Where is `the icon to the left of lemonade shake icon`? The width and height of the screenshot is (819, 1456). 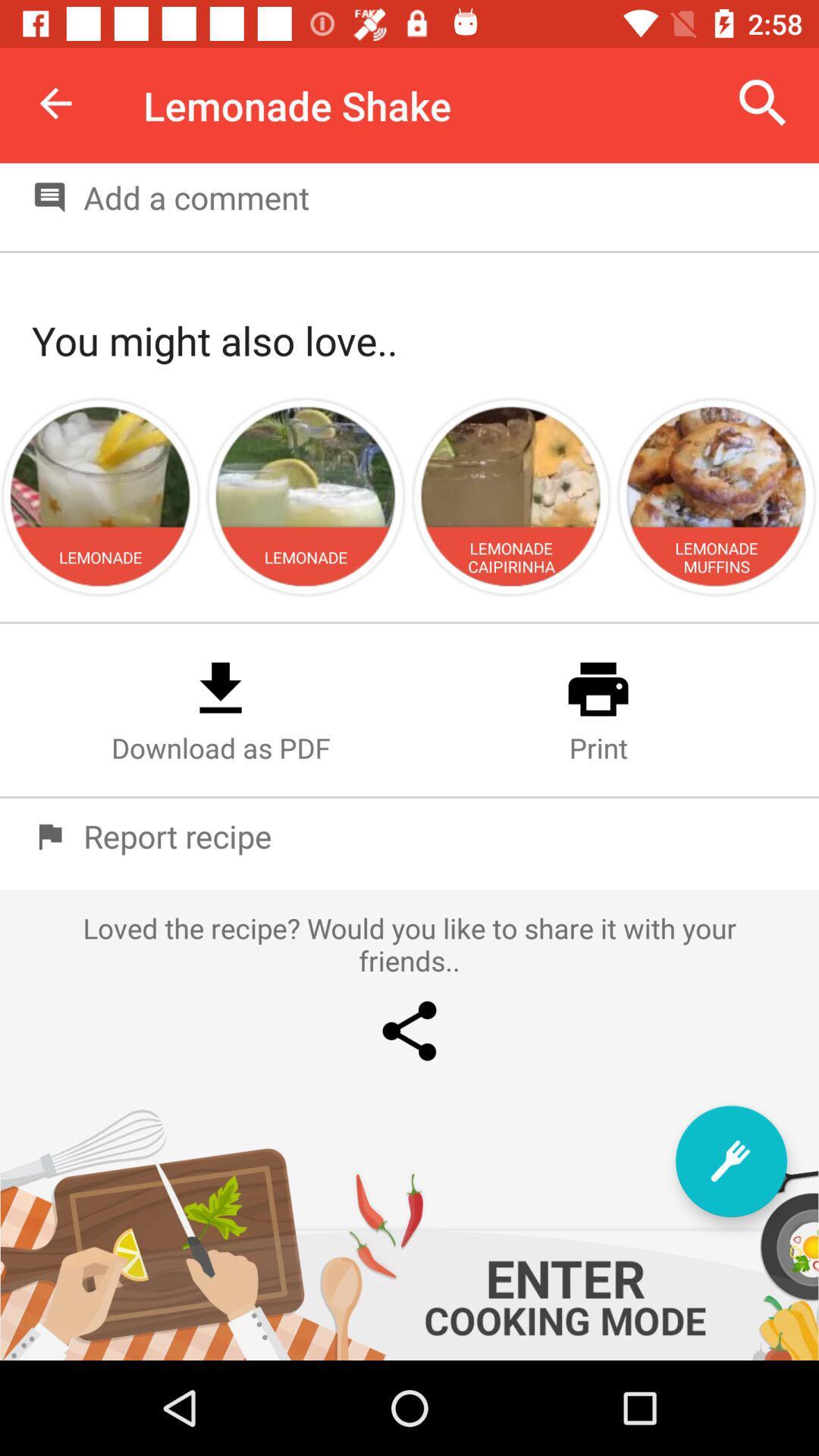 the icon to the left of lemonade shake icon is located at coordinates (55, 102).